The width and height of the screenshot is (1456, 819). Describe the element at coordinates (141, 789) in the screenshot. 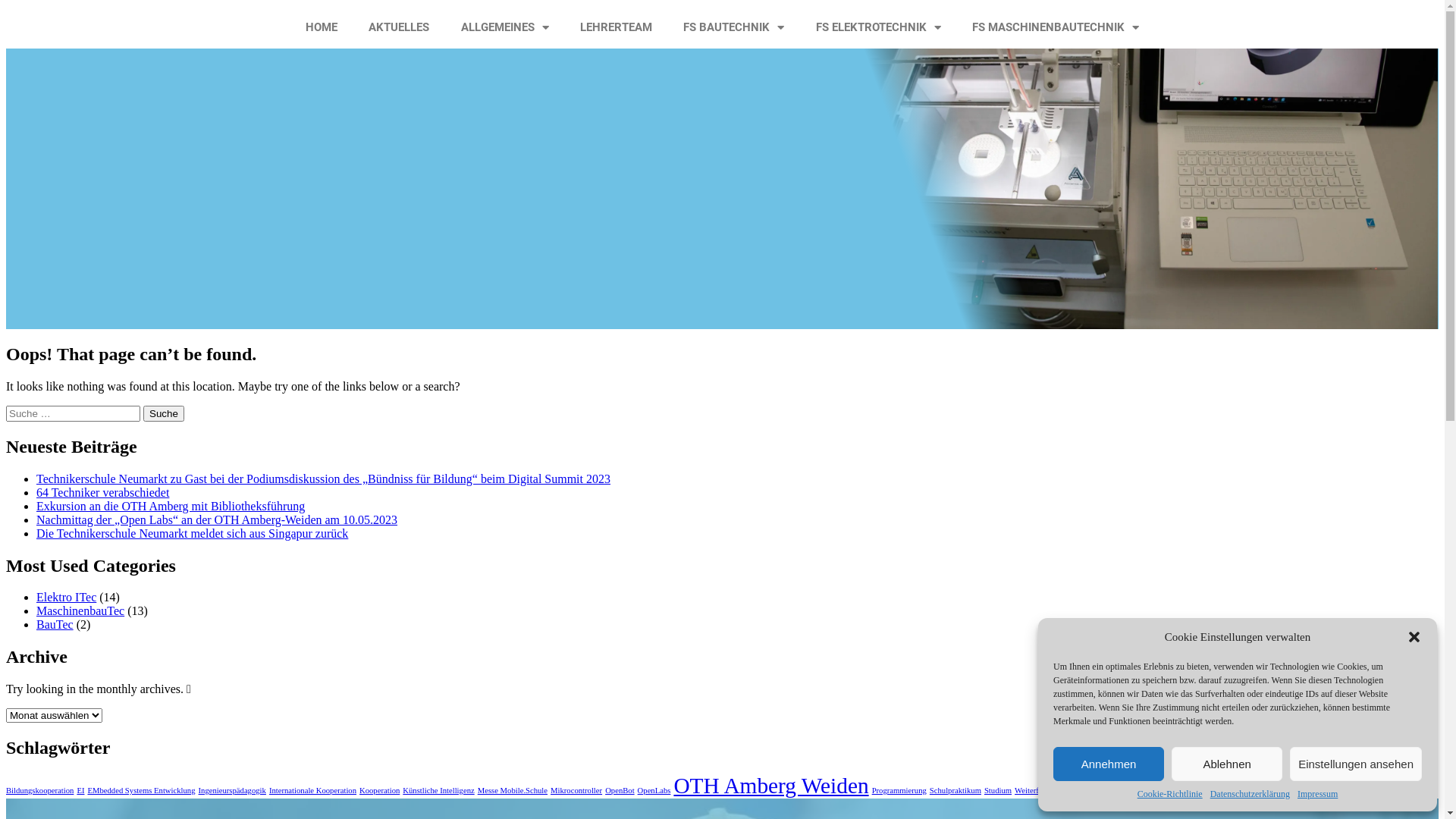

I see `'EMbedded Systems Entwicklung'` at that location.